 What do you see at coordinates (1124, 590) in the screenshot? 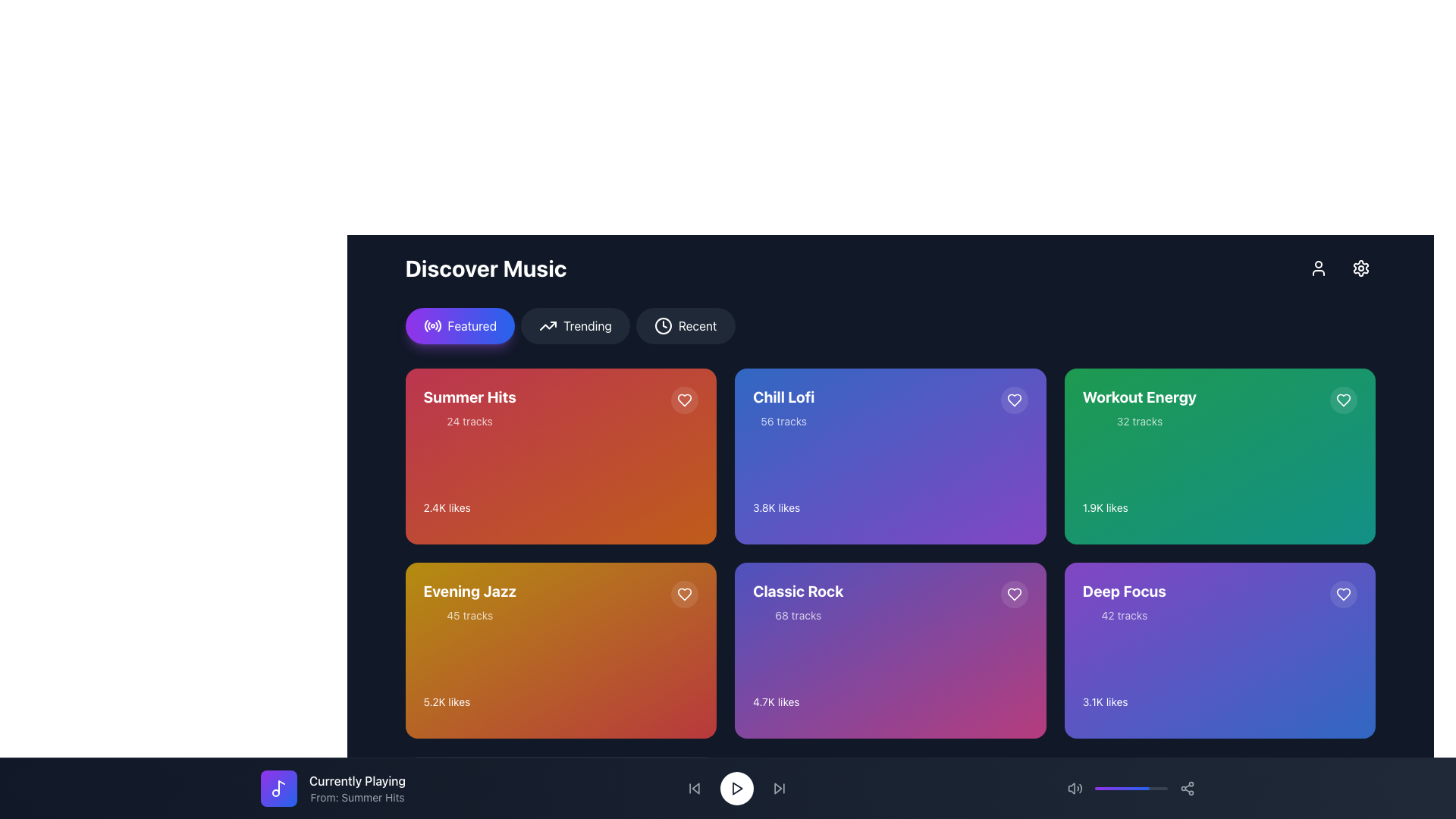
I see `the title text label` at bounding box center [1124, 590].